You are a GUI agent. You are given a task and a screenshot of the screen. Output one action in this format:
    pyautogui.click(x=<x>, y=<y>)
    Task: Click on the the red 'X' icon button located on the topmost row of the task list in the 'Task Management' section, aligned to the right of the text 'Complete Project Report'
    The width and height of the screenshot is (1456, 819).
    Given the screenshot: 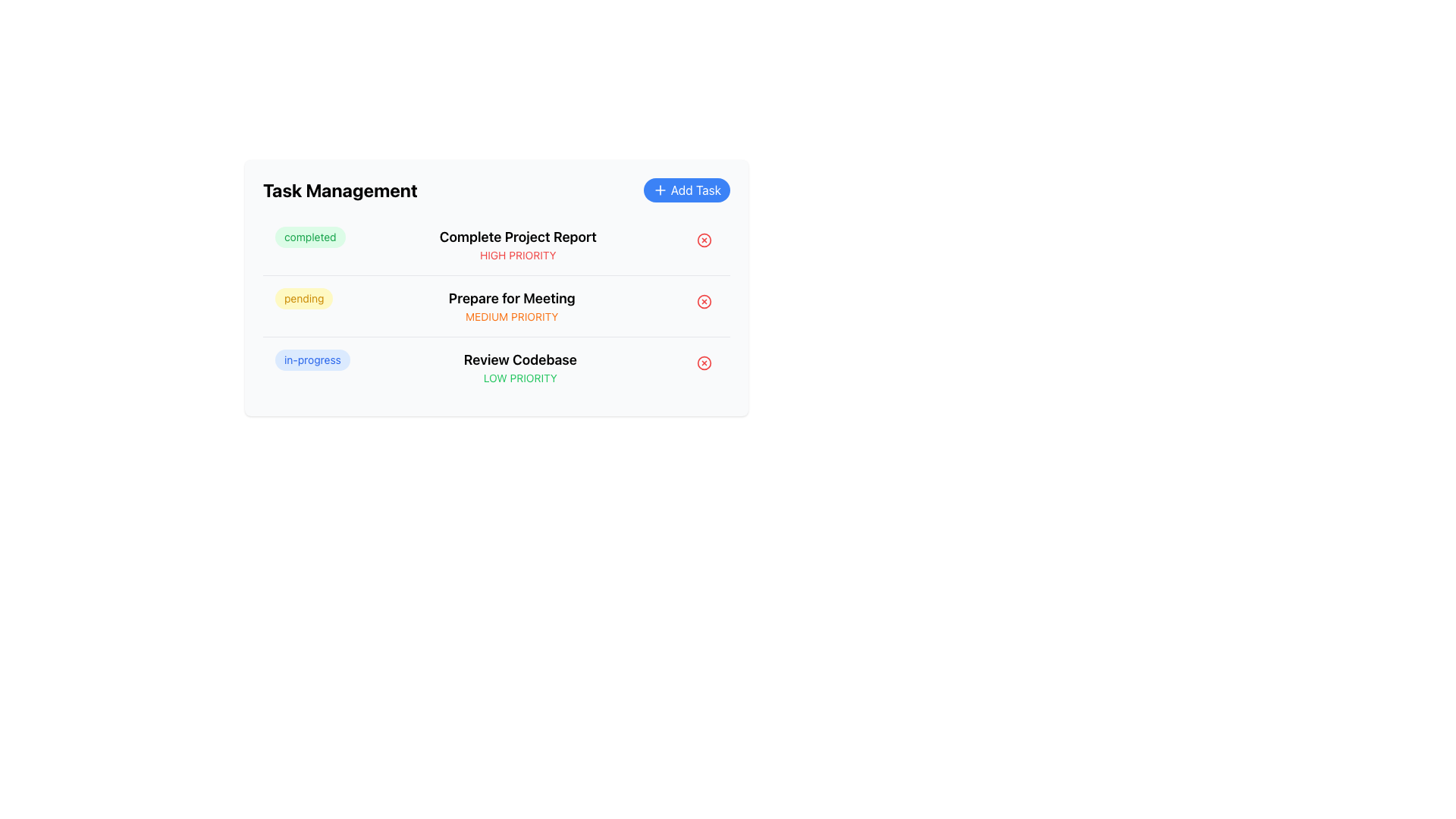 What is the action you would take?
    pyautogui.click(x=704, y=239)
    